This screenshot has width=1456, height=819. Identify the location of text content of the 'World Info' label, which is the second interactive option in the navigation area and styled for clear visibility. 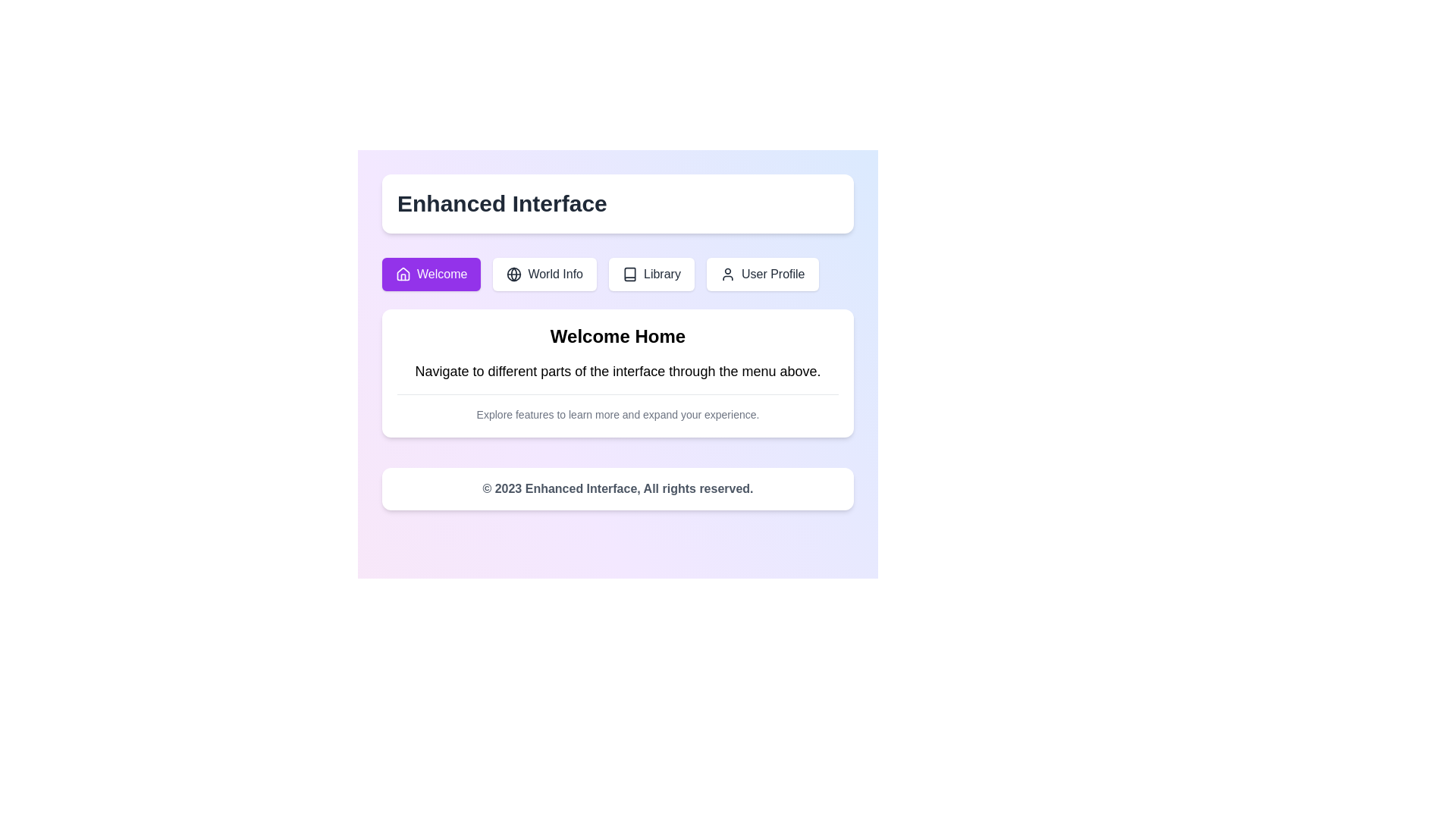
(554, 274).